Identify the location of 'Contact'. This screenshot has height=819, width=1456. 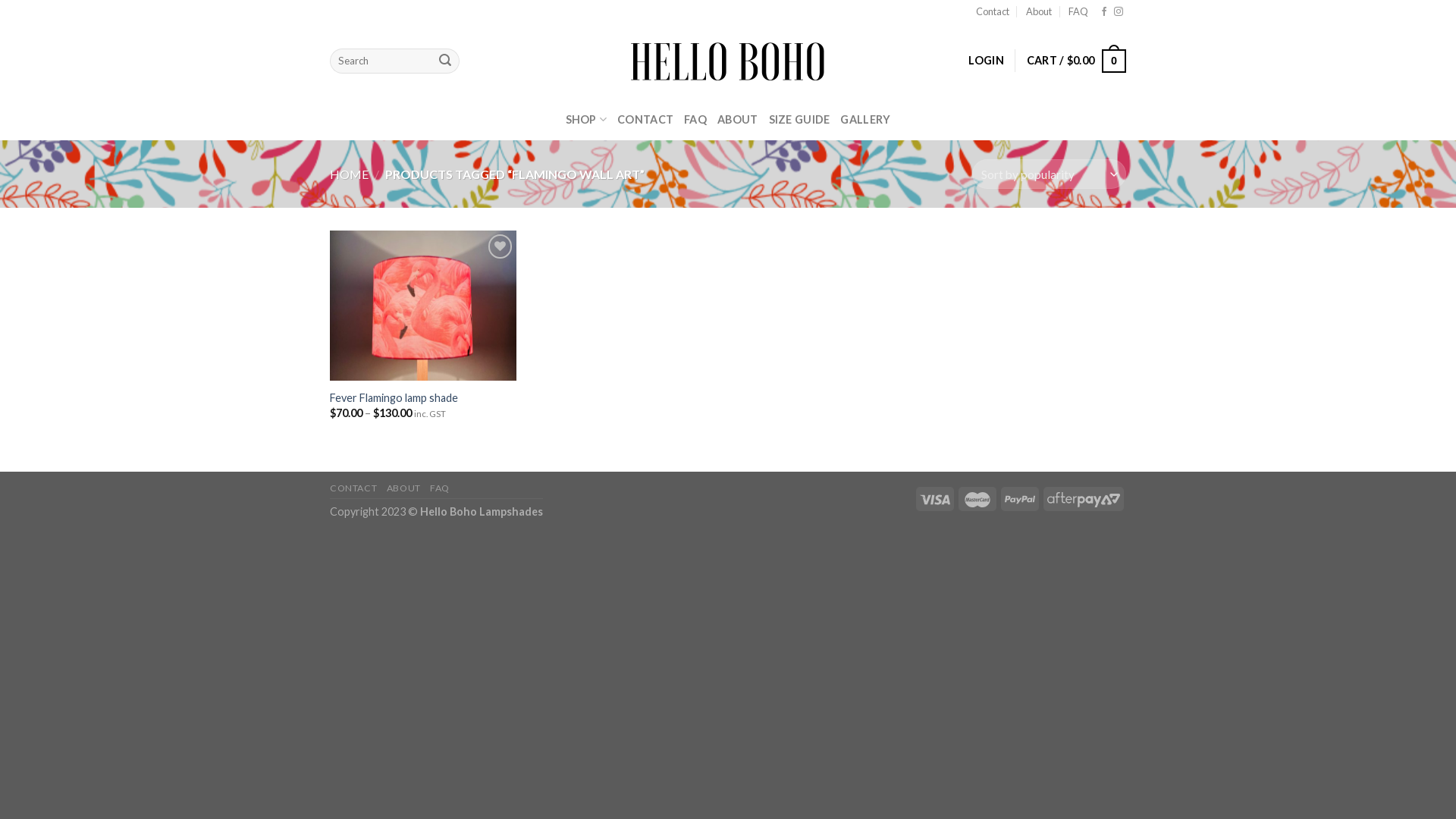
(993, 11).